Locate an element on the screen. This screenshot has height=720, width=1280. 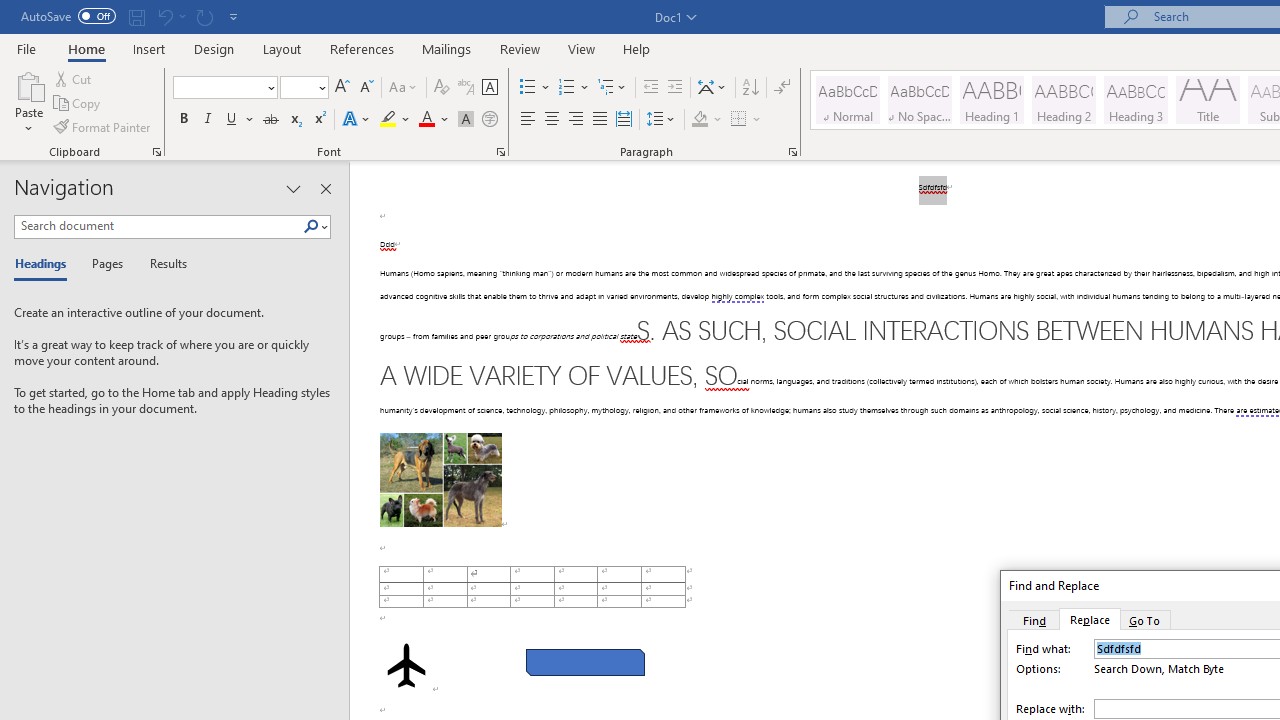
'Center' is located at coordinates (552, 119).